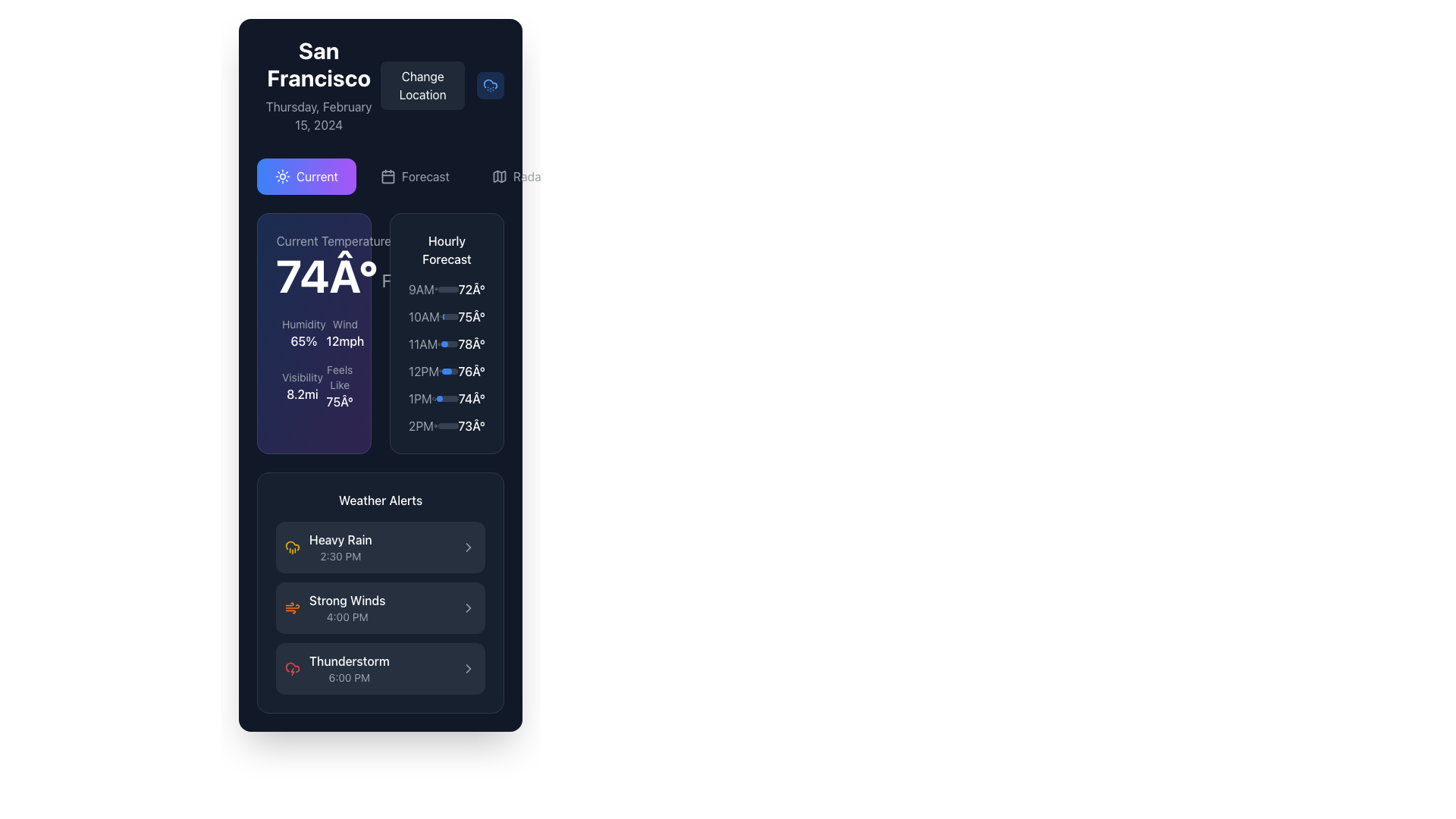 The height and width of the screenshot is (819, 1456). Describe the element at coordinates (446, 289) in the screenshot. I see `the first forecast item in the 'Hourly Forecast' section displaying '9AM' with a sun icon and a progress bar` at that location.